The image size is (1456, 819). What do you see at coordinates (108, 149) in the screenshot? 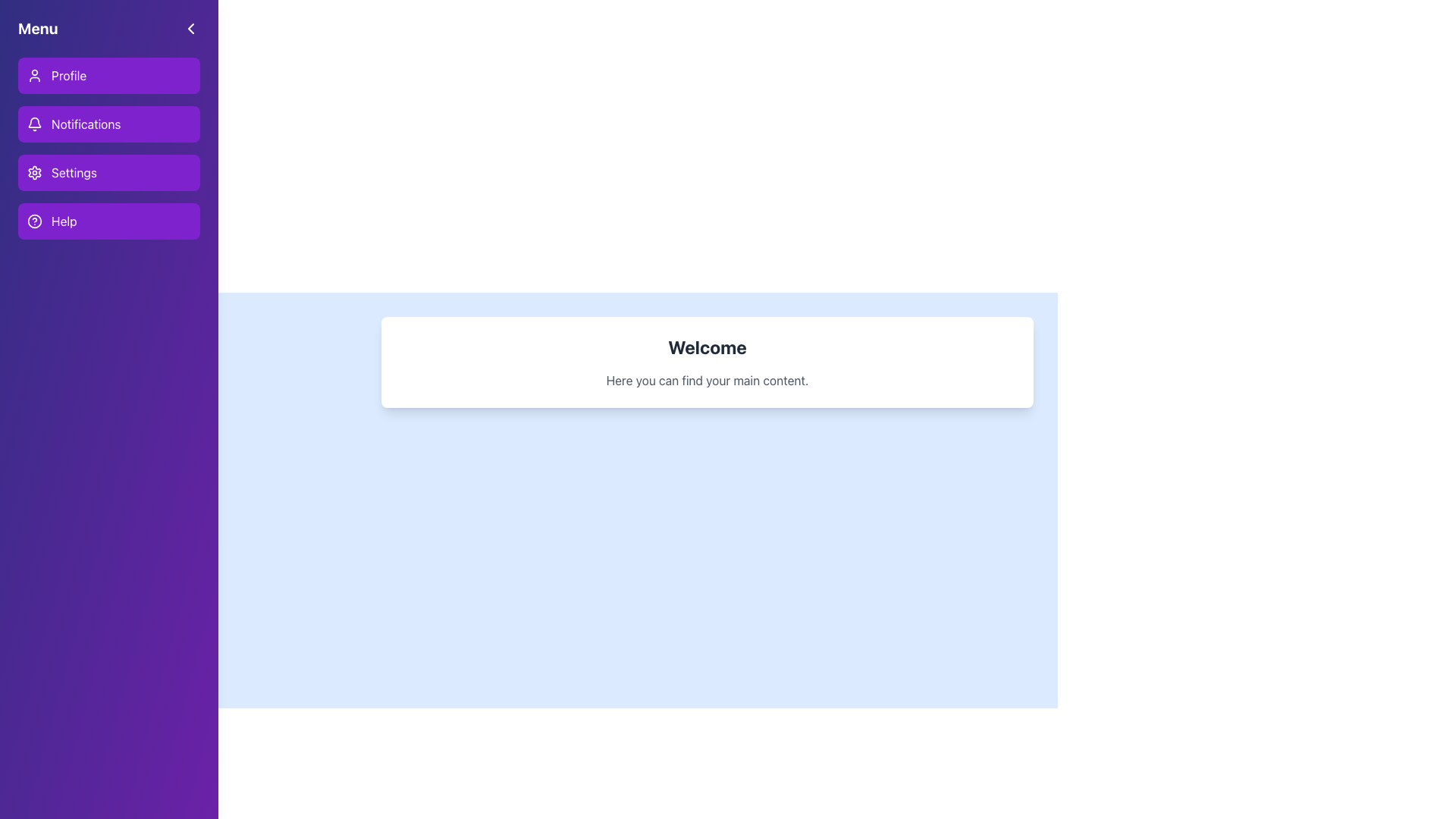
I see `the 'Notifications' button with a purple background that features a bell icon, located in the vertical menu below the 'Profile' option` at bounding box center [108, 149].